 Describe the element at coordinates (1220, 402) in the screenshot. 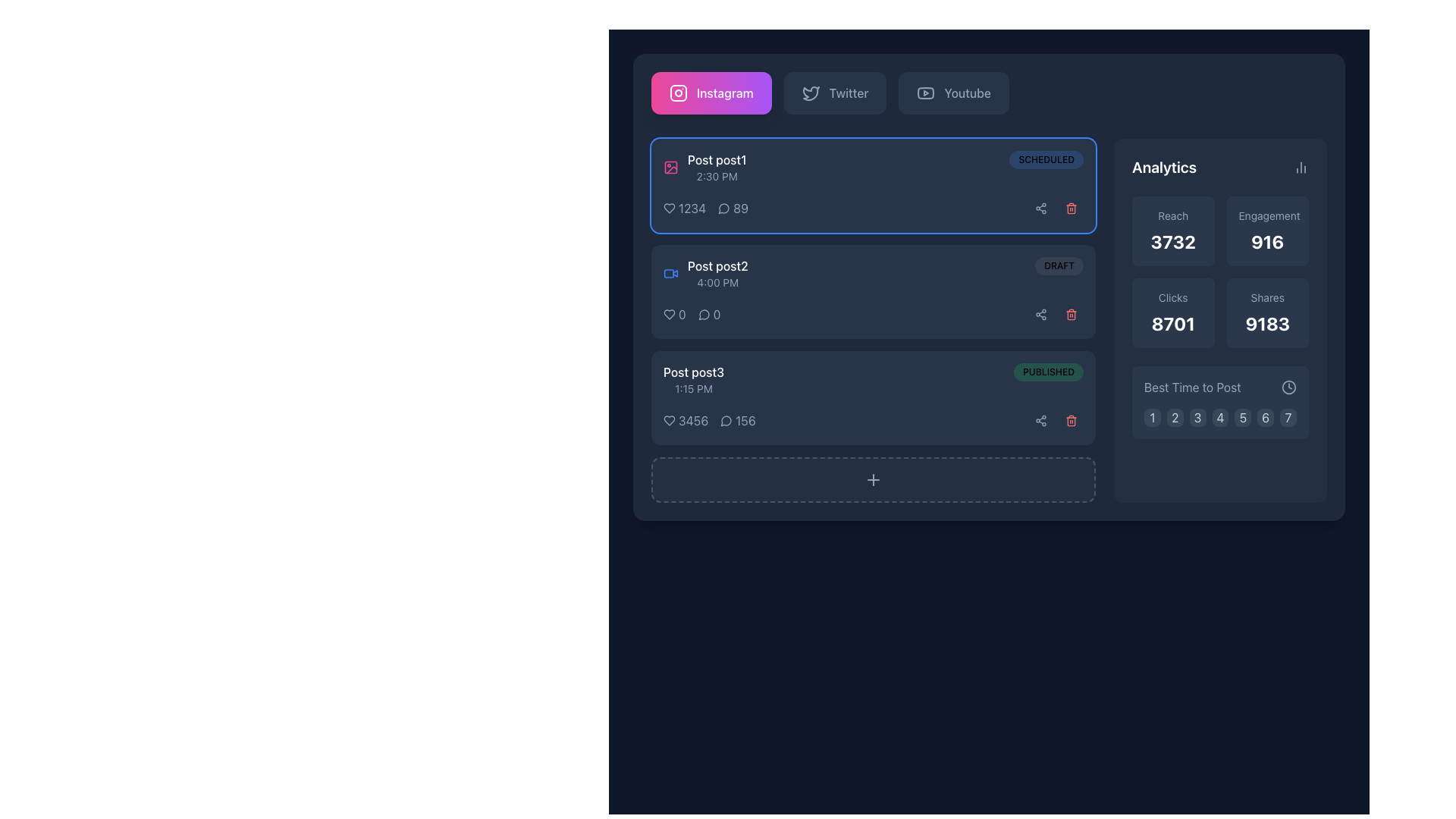

I see `one of the number buttons (1 to 7) in the 'Best Time to Post' interactive panel located in the Analytics section` at that location.